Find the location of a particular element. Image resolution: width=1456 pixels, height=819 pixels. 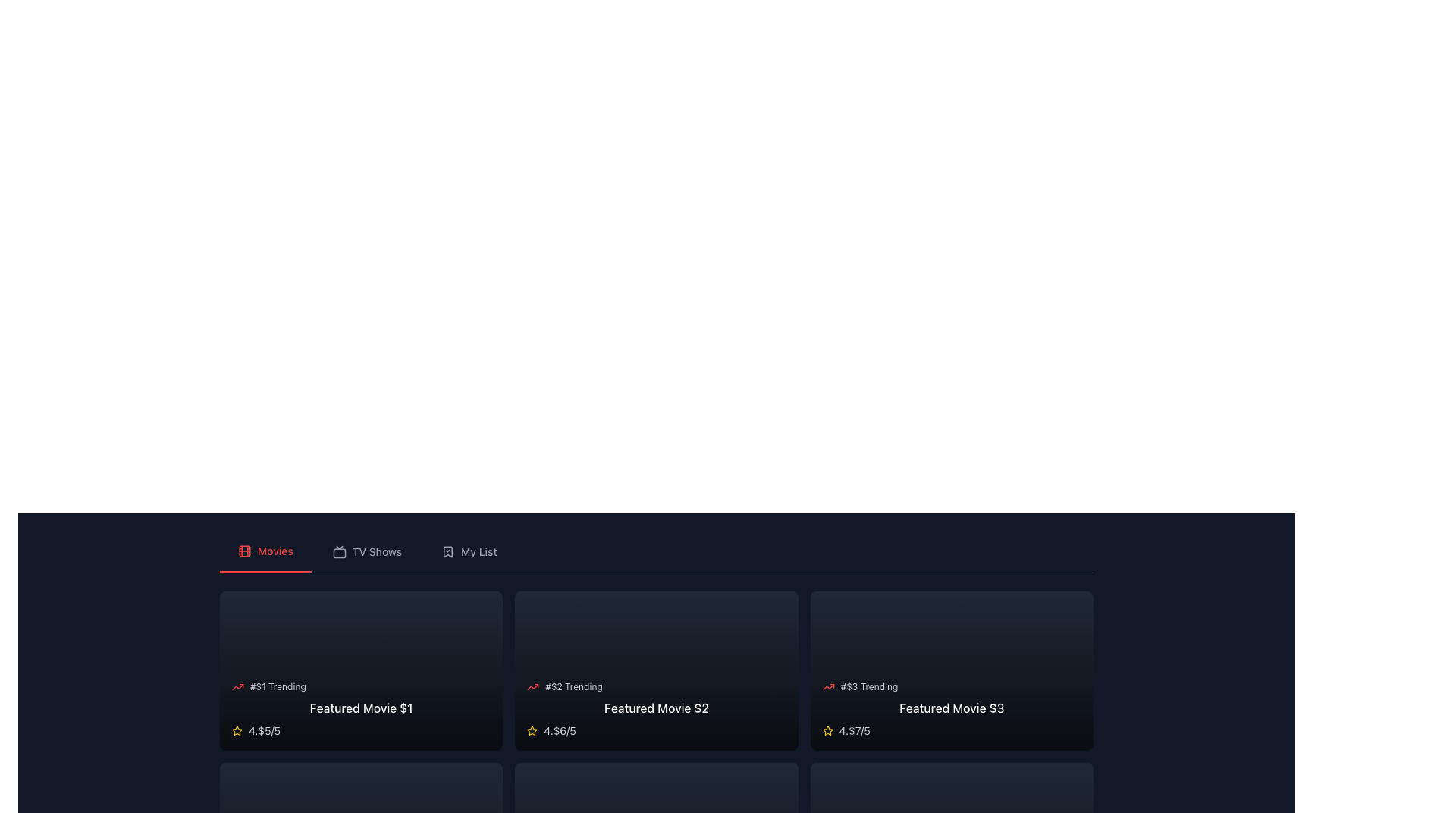

the trending icon located to the left of the text '#$2 Trending' is located at coordinates (533, 687).